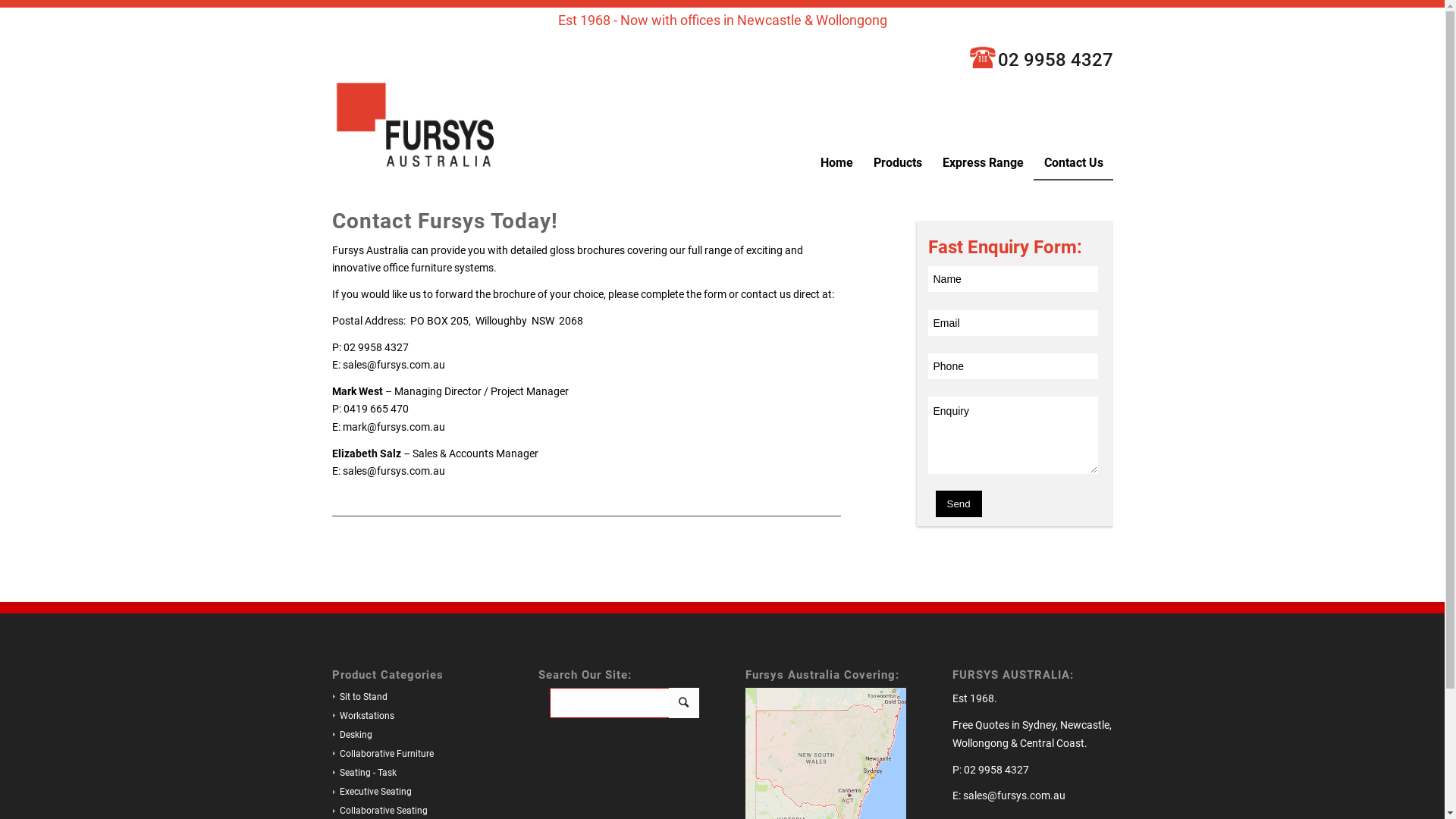 Image resolution: width=1456 pixels, height=819 pixels. What do you see at coordinates (371, 791) in the screenshot?
I see `'Executive Seating'` at bounding box center [371, 791].